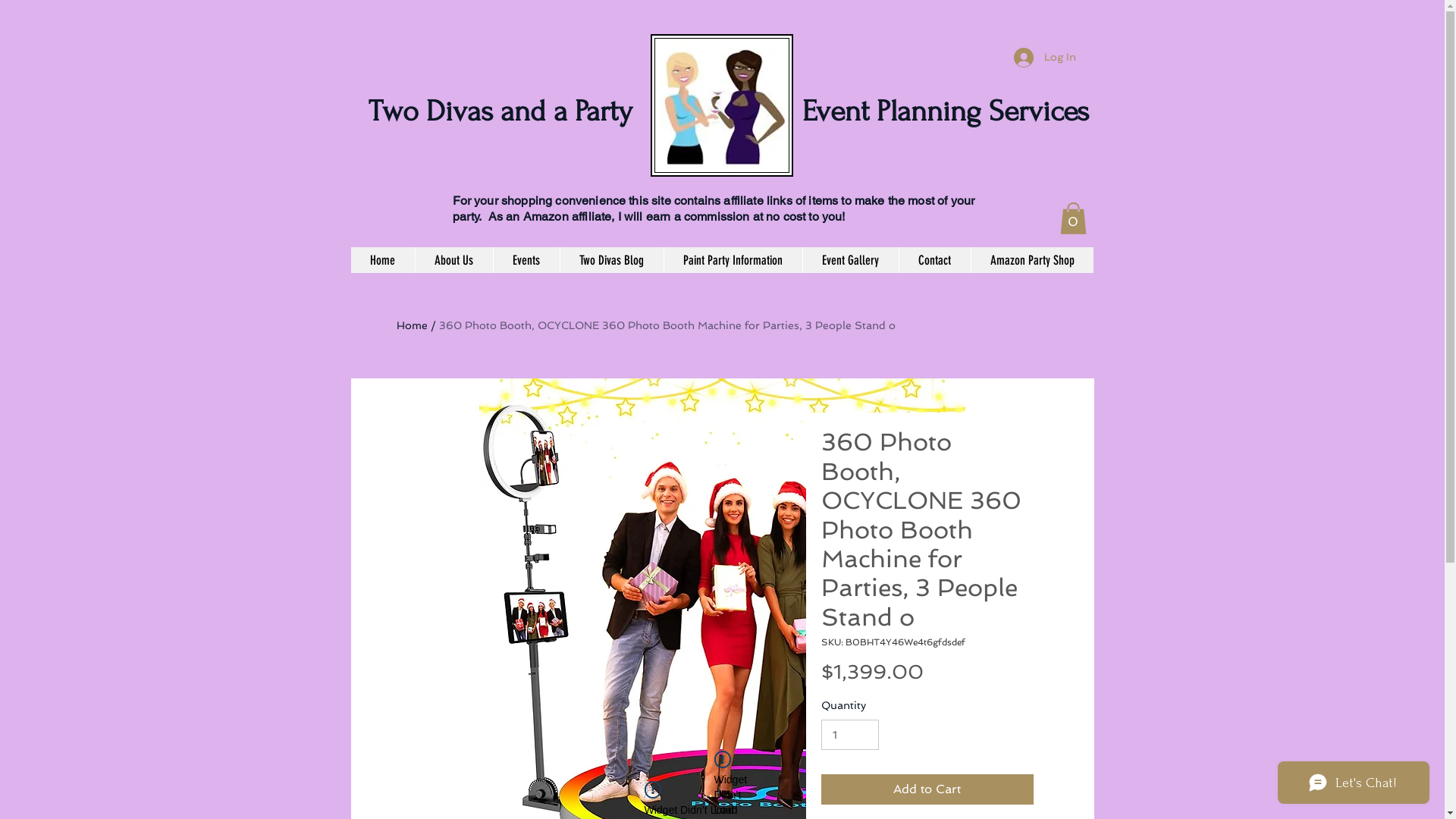 This screenshot has height=819, width=1456. Describe the element at coordinates (933, 259) in the screenshot. I see `'Contact'` at that location.